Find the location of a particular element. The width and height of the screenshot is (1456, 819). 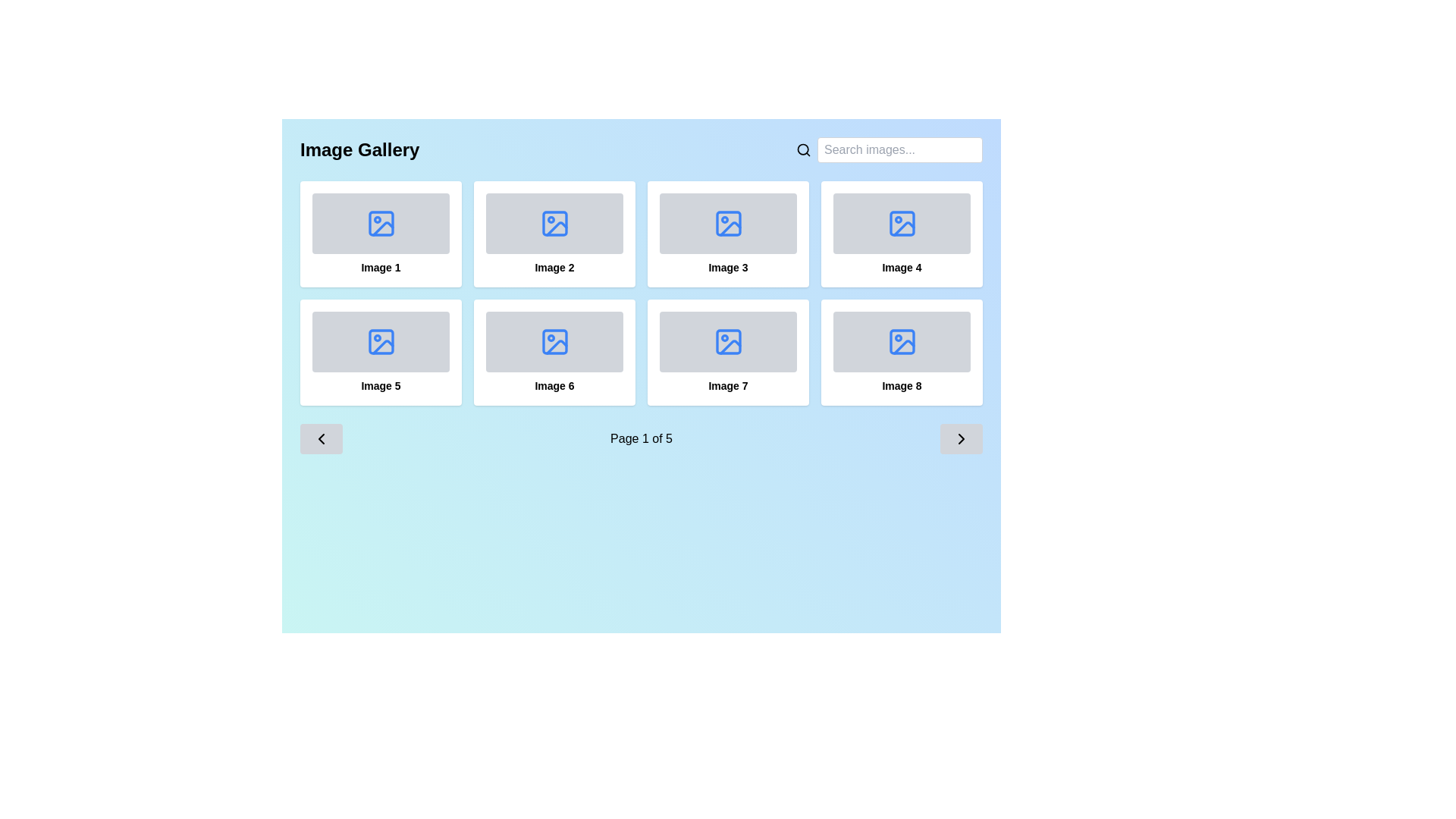

the navigation button located at the far right end of the navigation bar below the grid of images to advance to the next page of content is located at coordinates (960, 438).